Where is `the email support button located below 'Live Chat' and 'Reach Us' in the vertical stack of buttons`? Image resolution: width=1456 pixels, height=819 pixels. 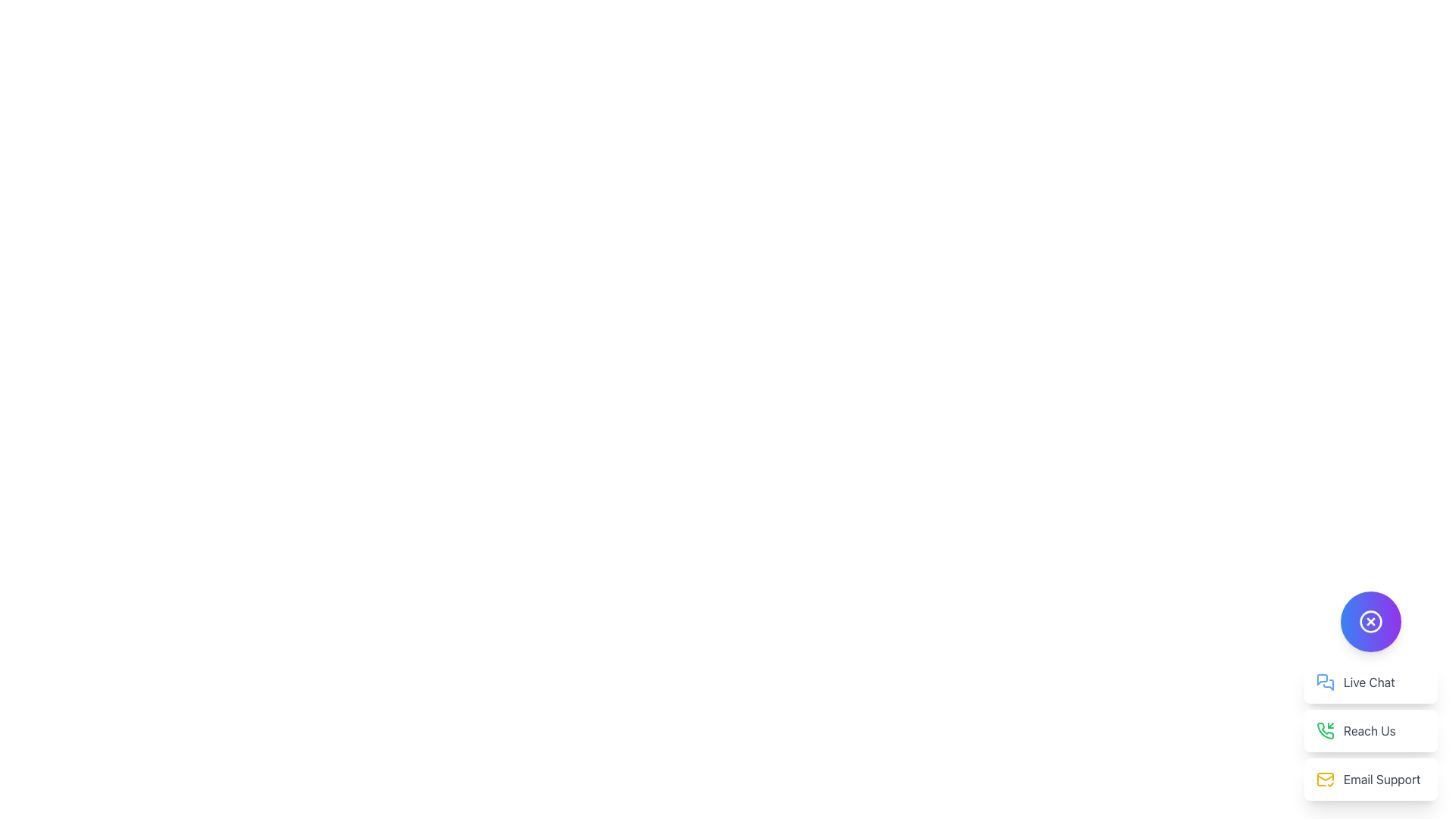 the email support button located below 'Live Chat' and 'Reach Us' in the vertical stack of buttons is located at coordinates (1371, 780).